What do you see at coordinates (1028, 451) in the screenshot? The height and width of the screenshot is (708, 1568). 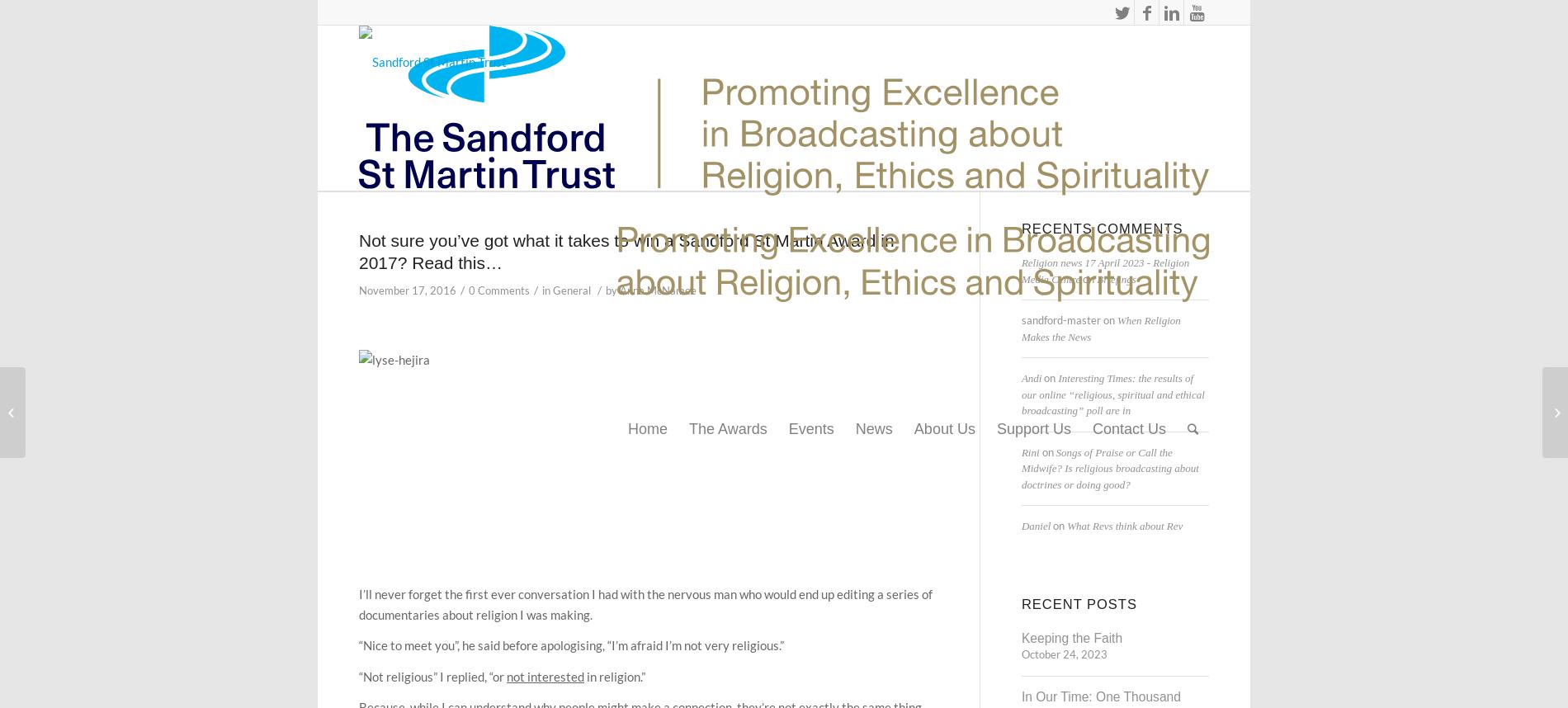 I see `'Rini'` at bounding box center [1028, 451].